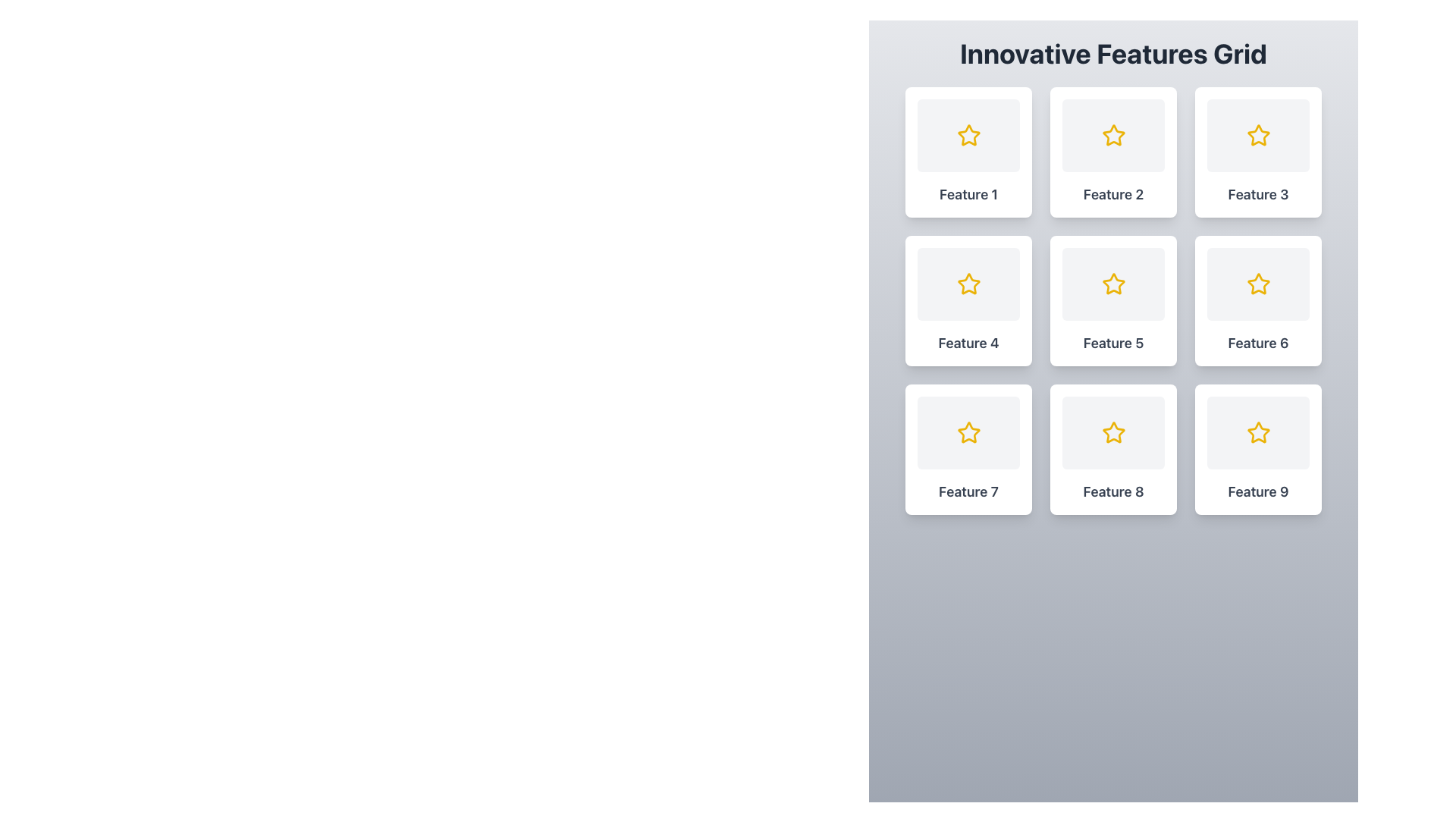 This screenshot has height=819, width=1456. Describe the element at coordinates (968, 284) in the screenshot. I see `the yellow star-shaped icon with a thin black outline located in the center of the card labeled 'Feature 4' in the second row of a 3x3 grid layout` at that location.